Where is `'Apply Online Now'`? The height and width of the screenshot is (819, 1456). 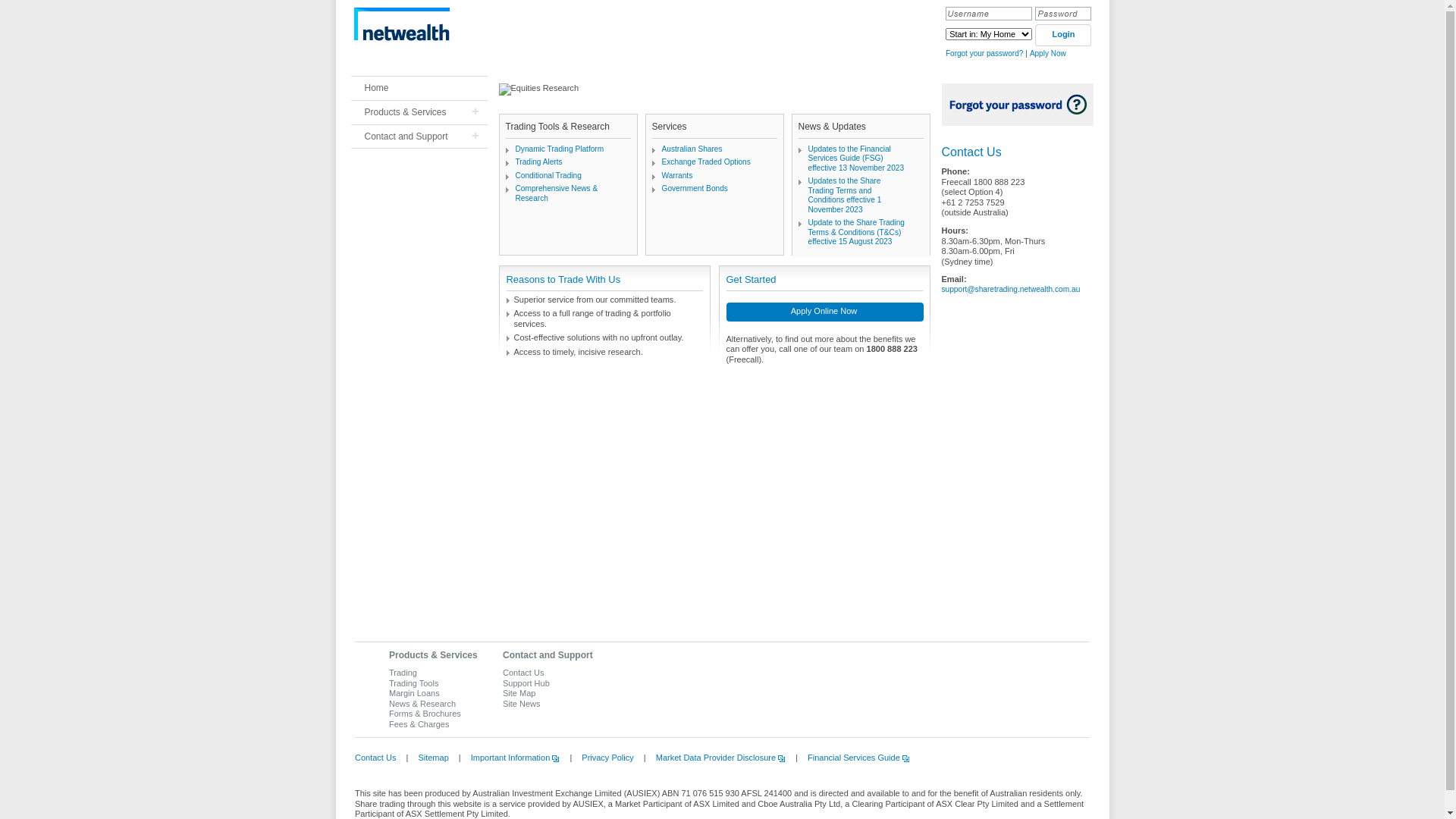
'Apply Online Now' is located at coordinates (726, 312).